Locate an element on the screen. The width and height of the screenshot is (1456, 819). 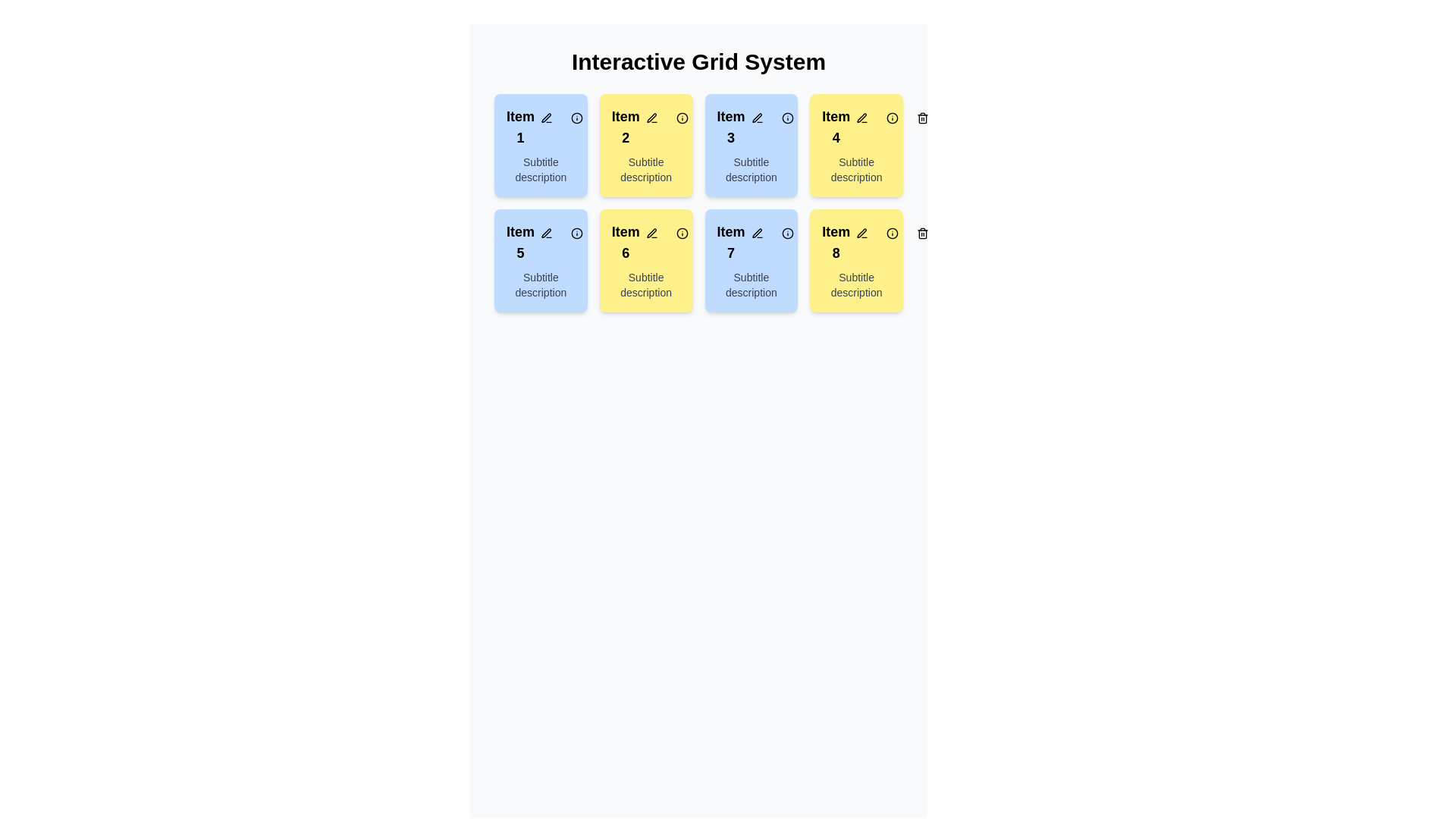
the Interactive information icon, which is a circular icon with an 'i' symbol, located in the top-right area of the card labeled 'Item 2' is located at coordinates (681, 117).